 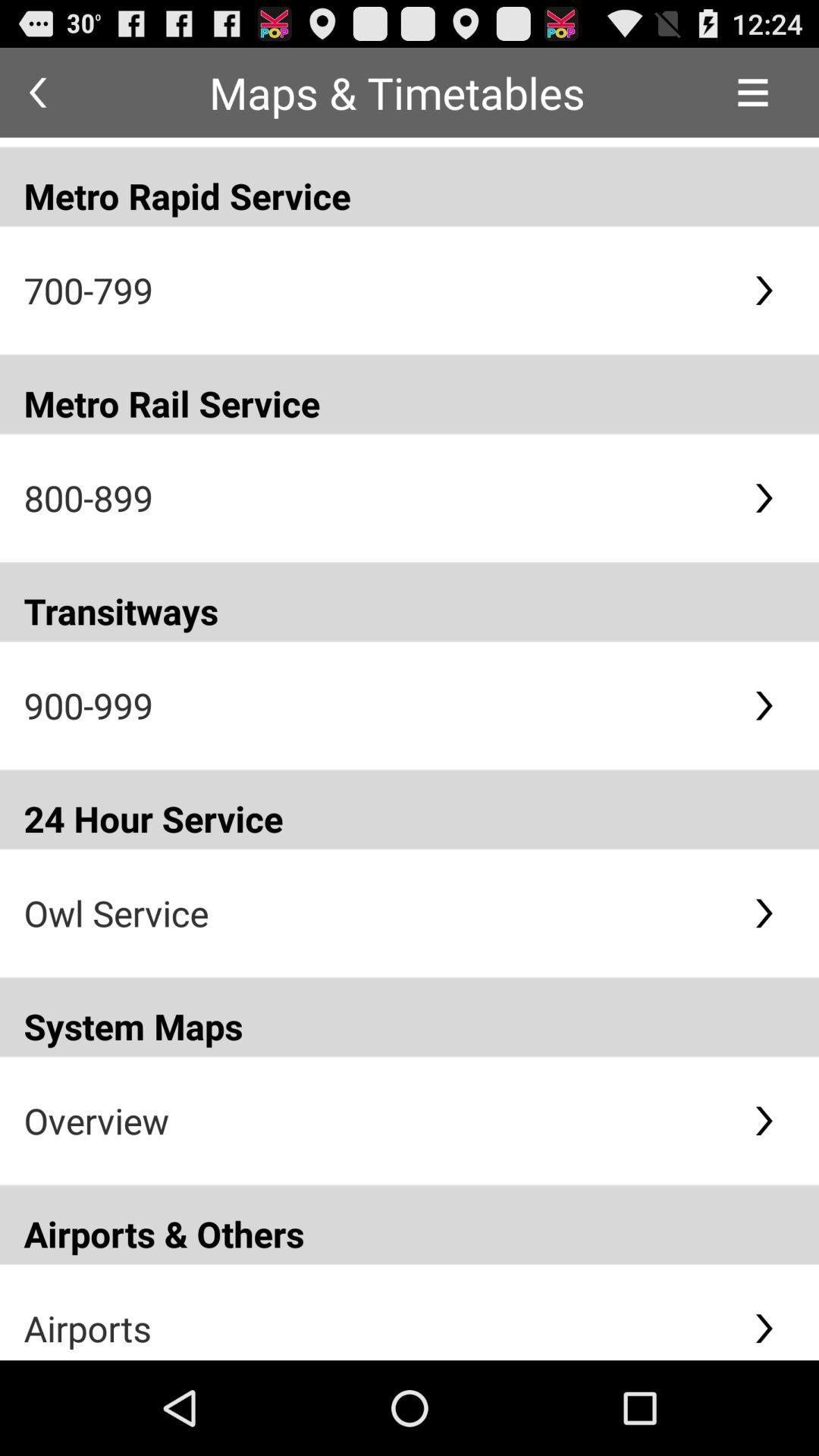 I want to click on the transitways app, so click(x=409, y=601).